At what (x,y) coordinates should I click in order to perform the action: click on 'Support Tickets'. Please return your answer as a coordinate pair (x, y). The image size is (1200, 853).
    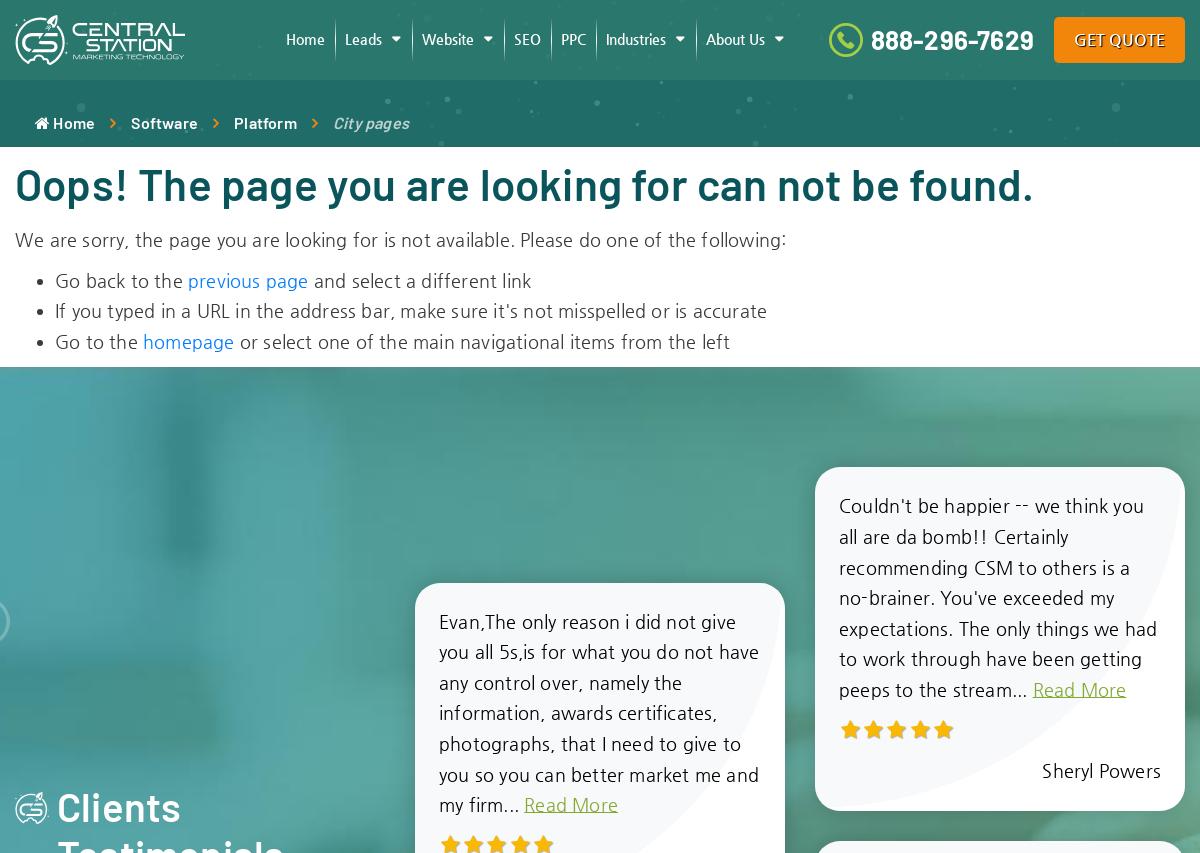
    Looking at the image, I should click on (479, 246).